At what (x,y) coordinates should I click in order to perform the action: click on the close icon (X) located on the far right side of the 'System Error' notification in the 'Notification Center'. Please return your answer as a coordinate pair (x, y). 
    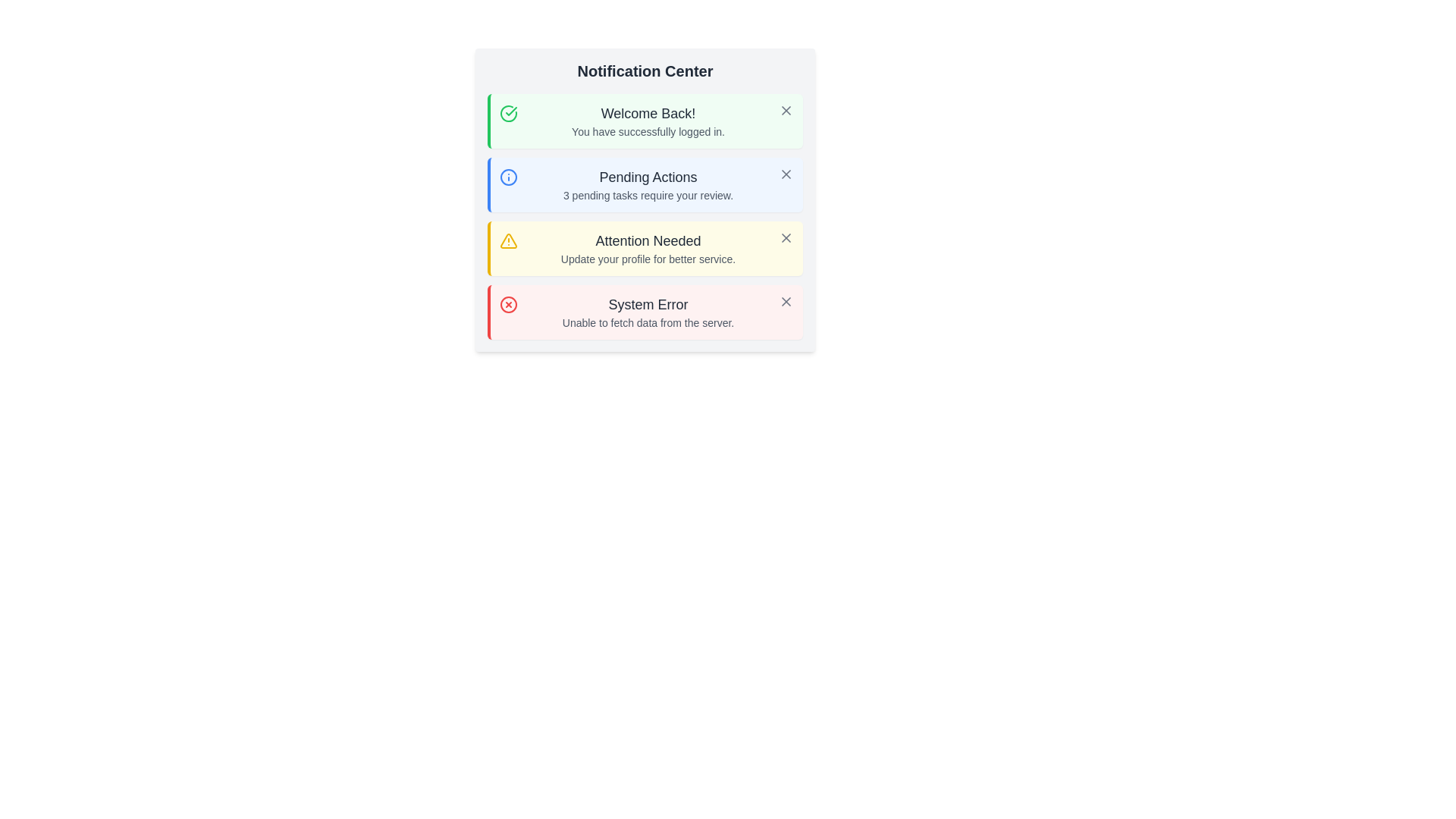
    Looking at the image, I should click on (786, 301).